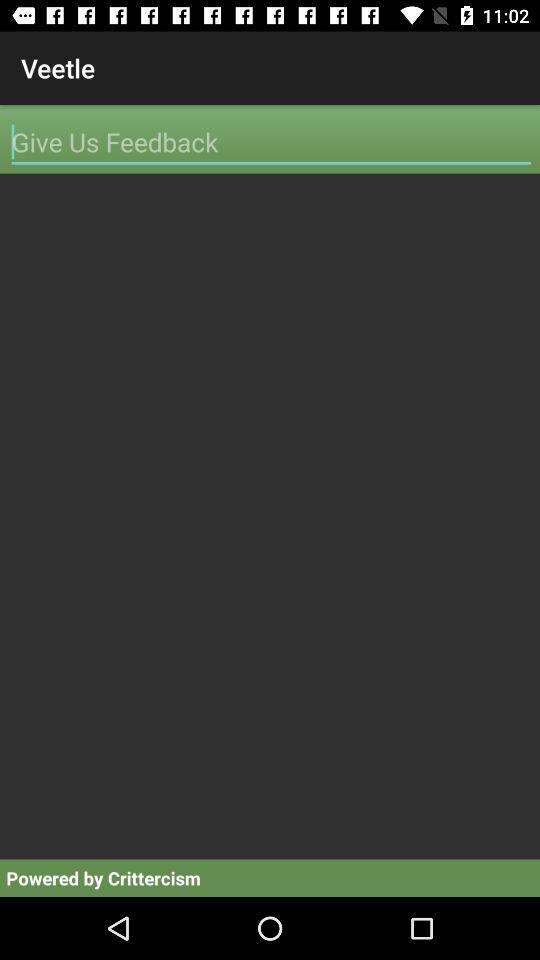 This screenshot has height=960, width=540. I want to click on feedback, so click(270, 141).